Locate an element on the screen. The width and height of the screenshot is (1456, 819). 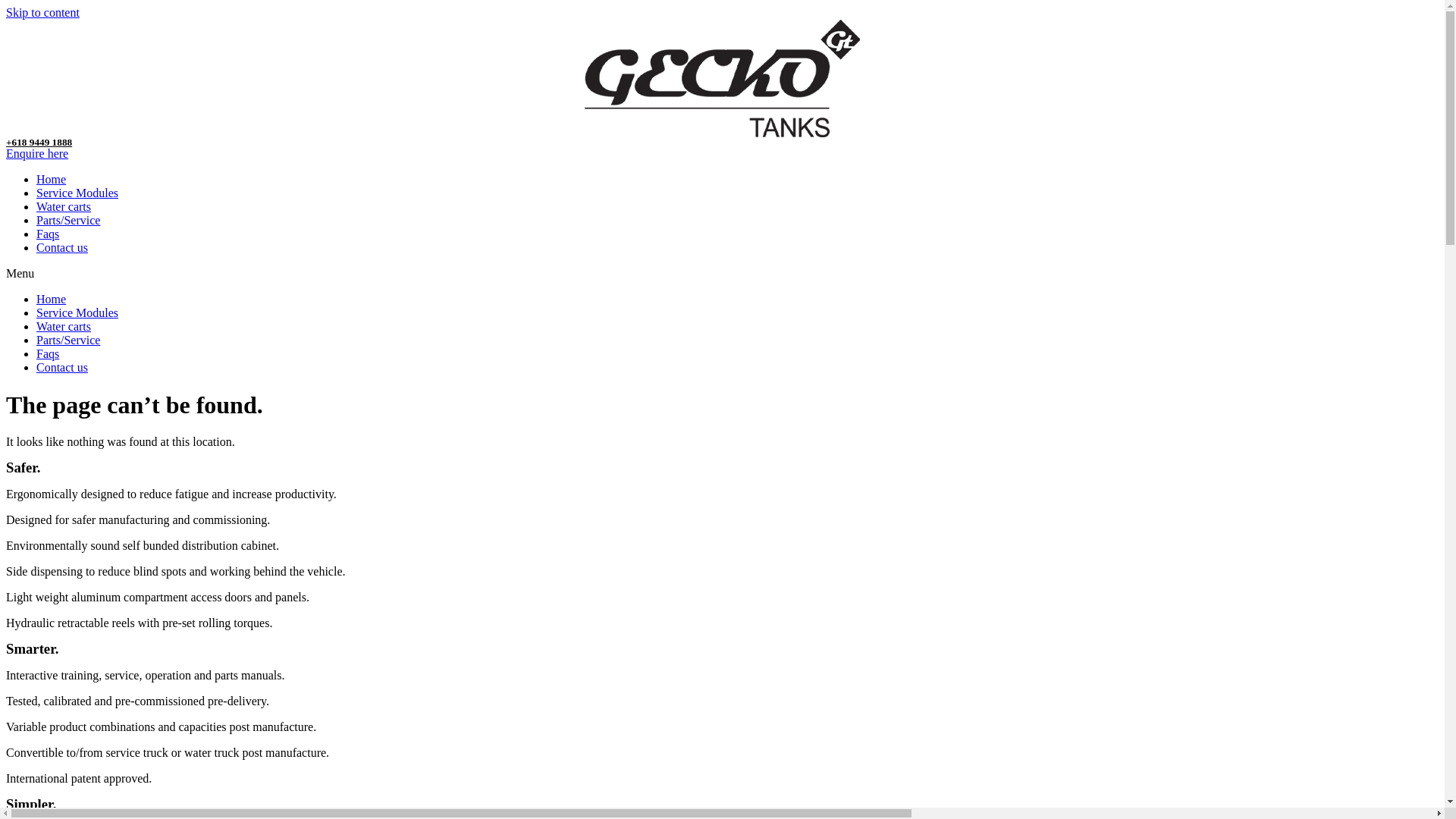
'+618 9449 1888' is located at coordinates (39, 142).